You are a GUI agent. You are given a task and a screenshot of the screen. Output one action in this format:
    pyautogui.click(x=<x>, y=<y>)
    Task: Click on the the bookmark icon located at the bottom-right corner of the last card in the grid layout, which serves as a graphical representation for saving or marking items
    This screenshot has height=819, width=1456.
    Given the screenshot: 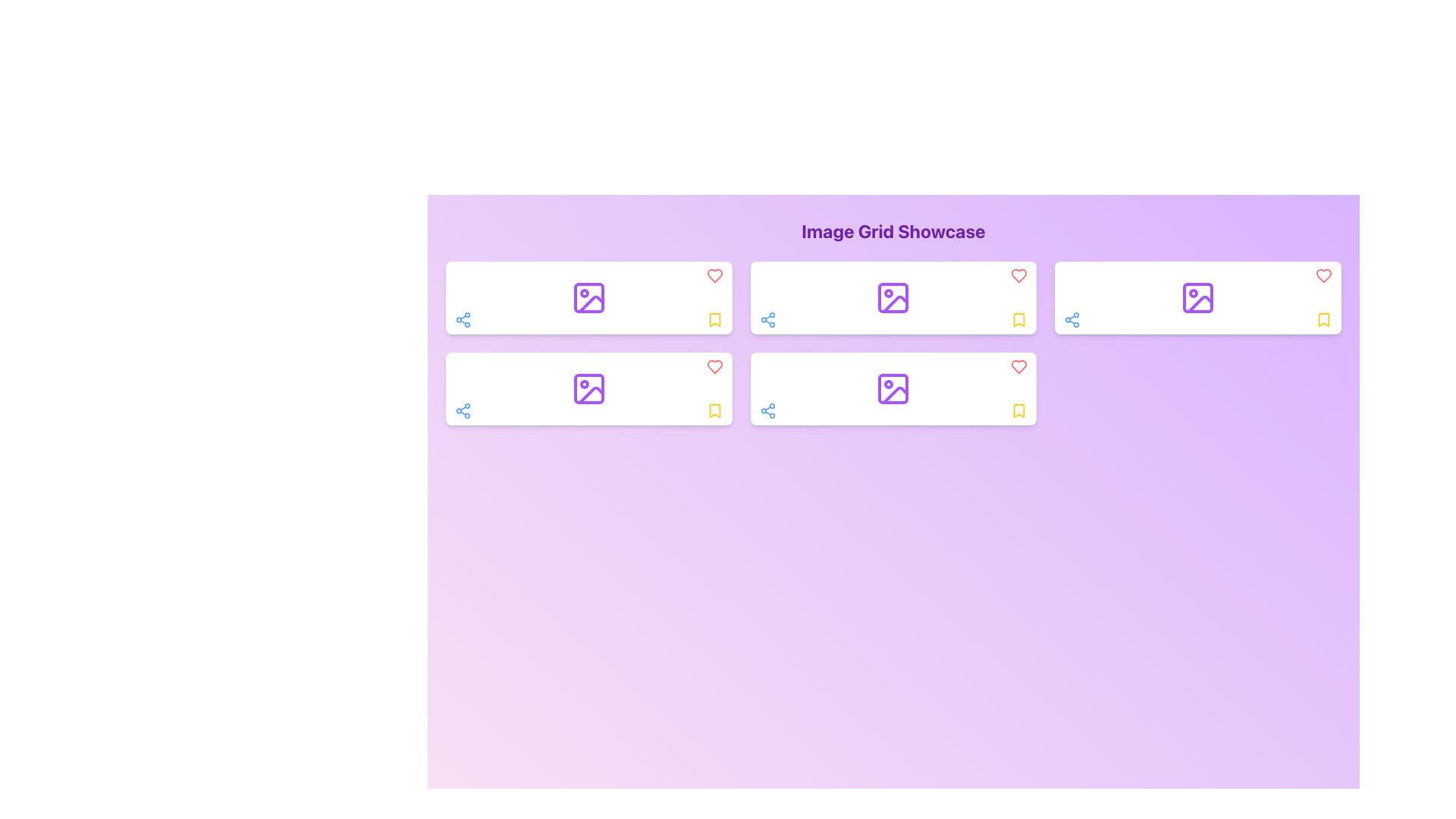 What is the action you would take?
    pyautogui.click(x=1323, y=318)
    